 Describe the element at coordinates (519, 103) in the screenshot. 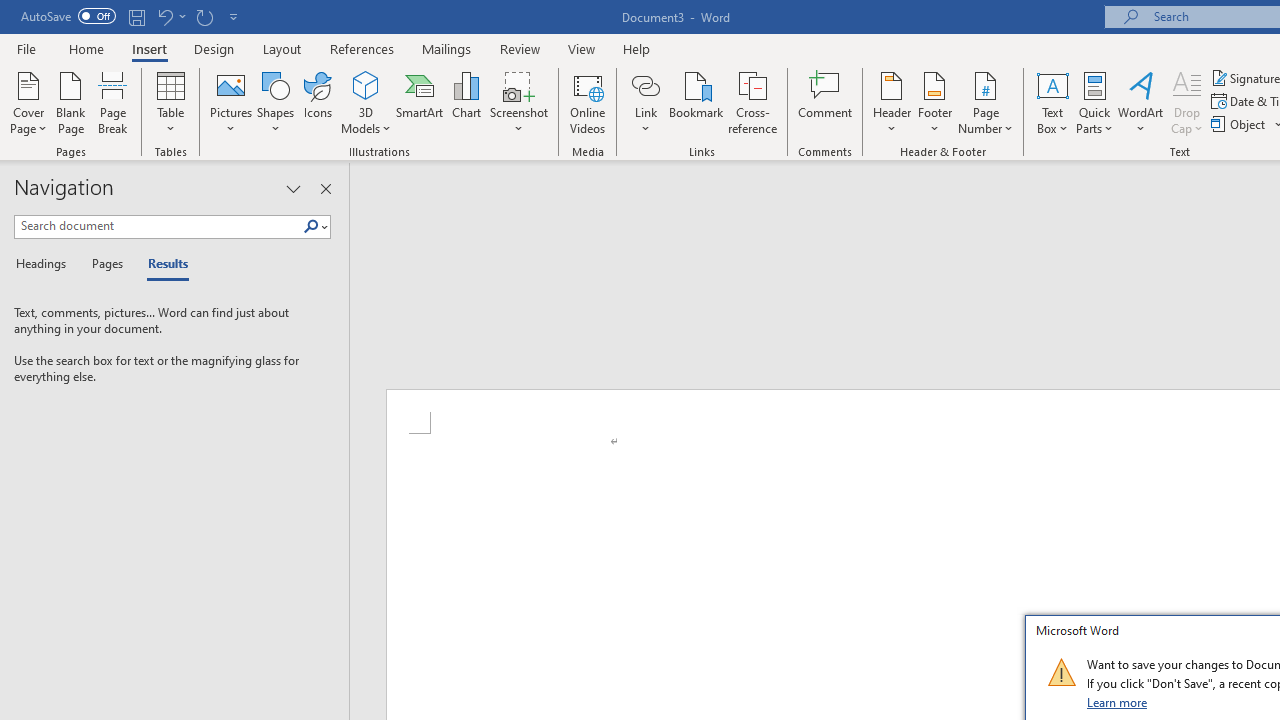

I see `'Screenshot'` at that location.